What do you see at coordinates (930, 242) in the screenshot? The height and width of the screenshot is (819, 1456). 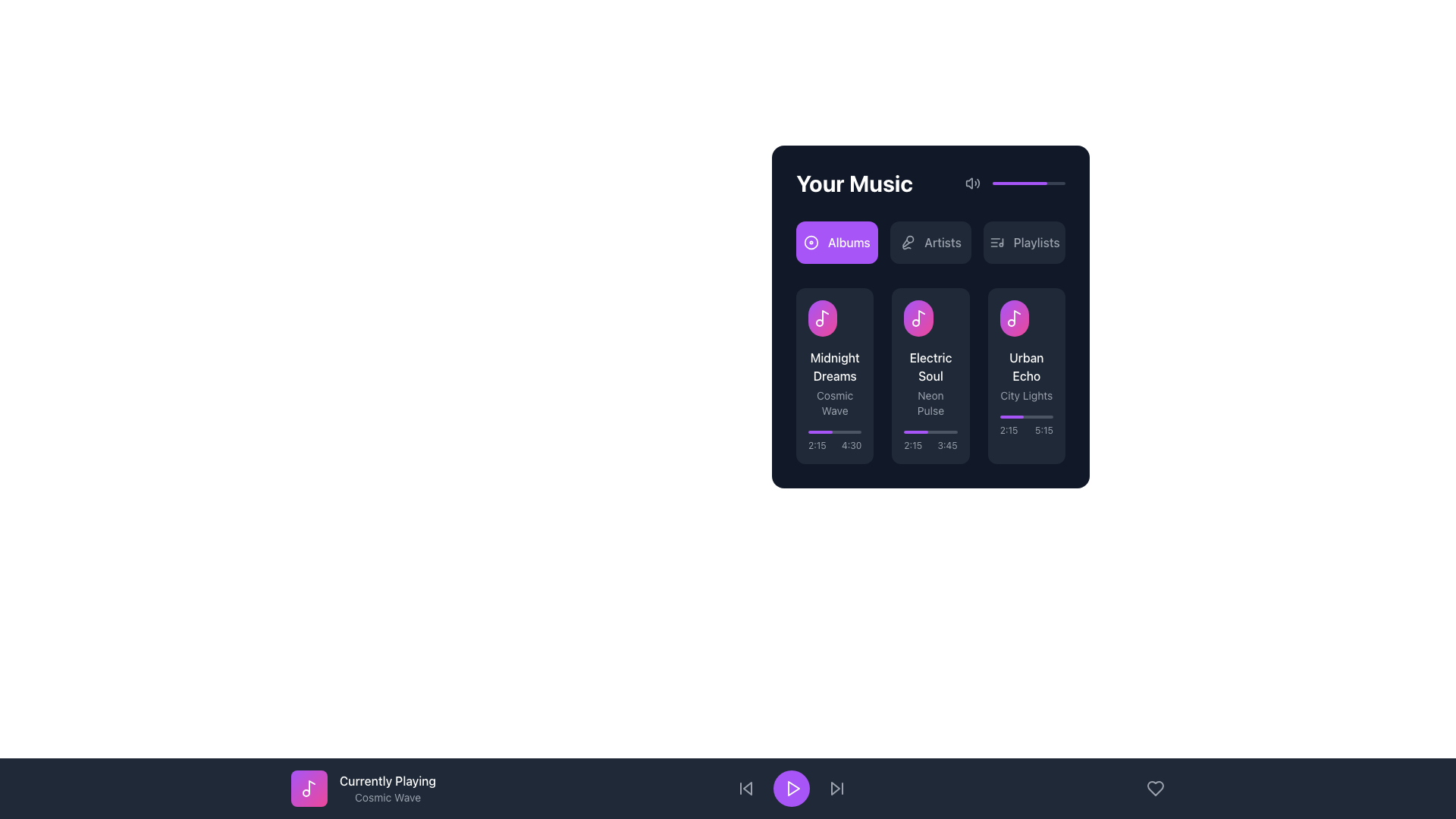 I see `the navigation button group located in the 'Your Music' section, which allows switching between views like 'Albums,' 'Artists,' and 'Playlists'` at bounding box center [930, 242].